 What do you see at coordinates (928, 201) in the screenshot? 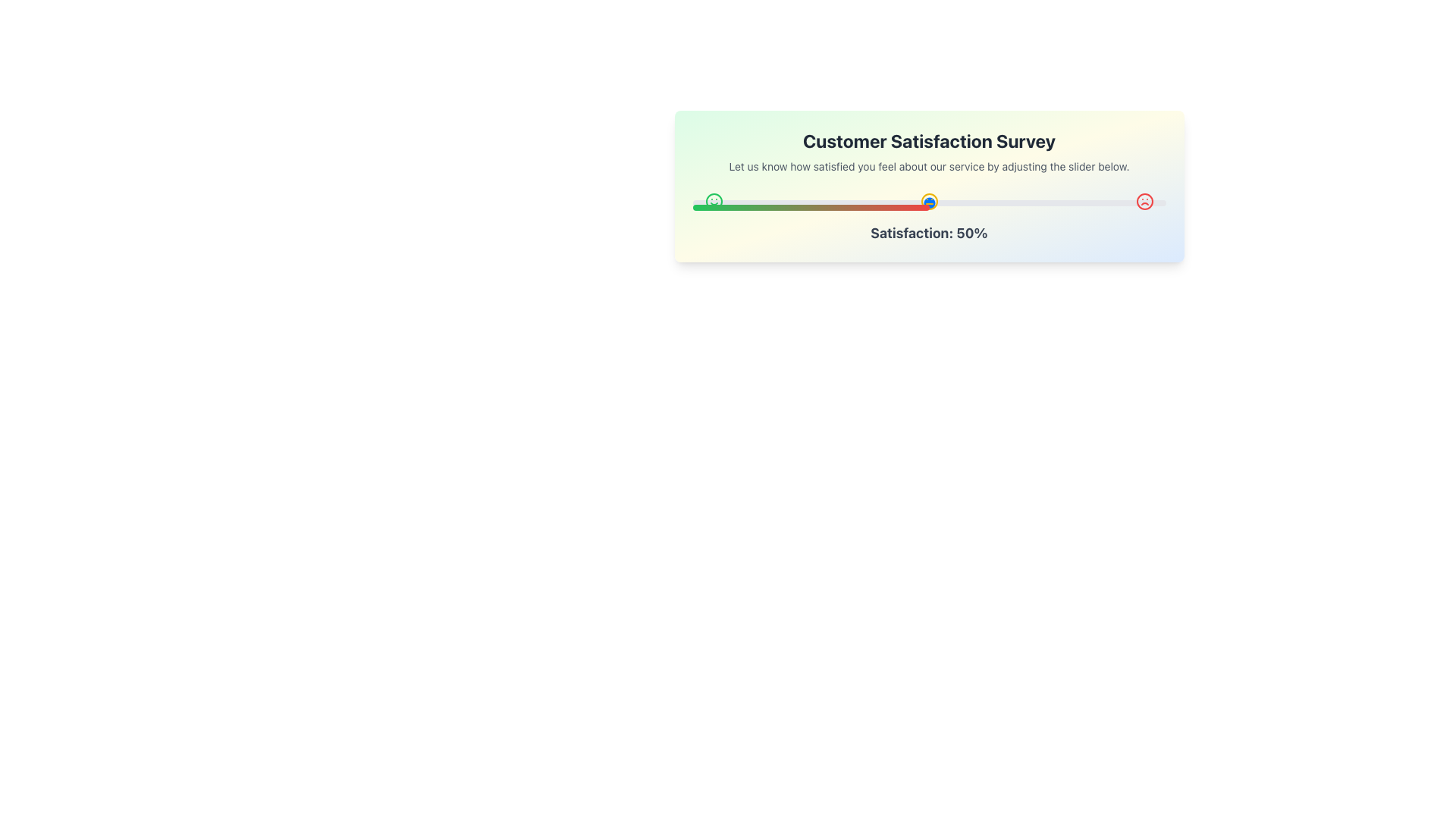
I see `the satisfaction level associated with the neutral face icon in the satisfaction slider UI, which is positioned centrally between the green smiling face and the red frowning face` at bounding box center [928, 201].